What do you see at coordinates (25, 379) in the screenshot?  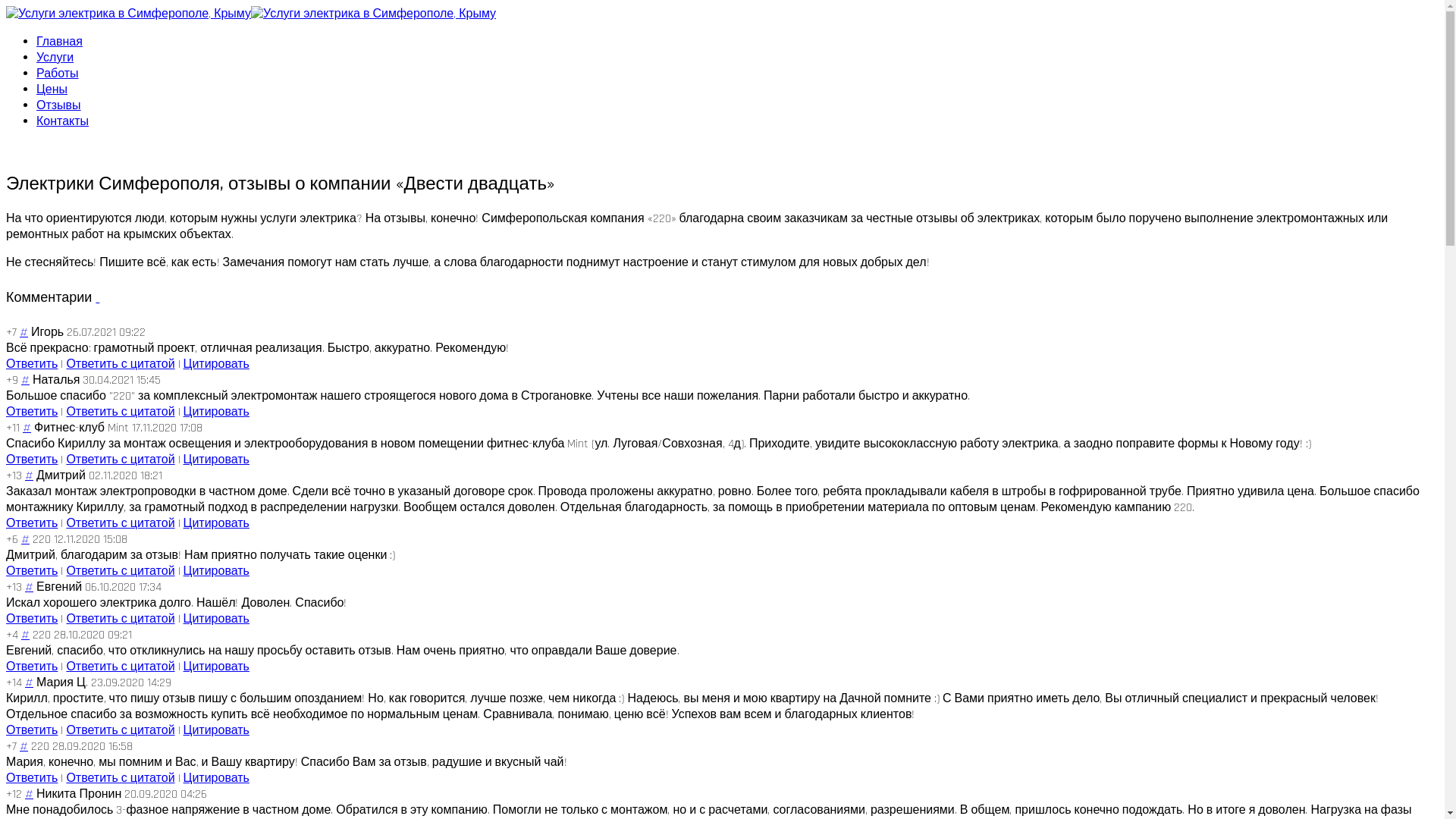 I see `'#'` at bounding box center [25, 379].